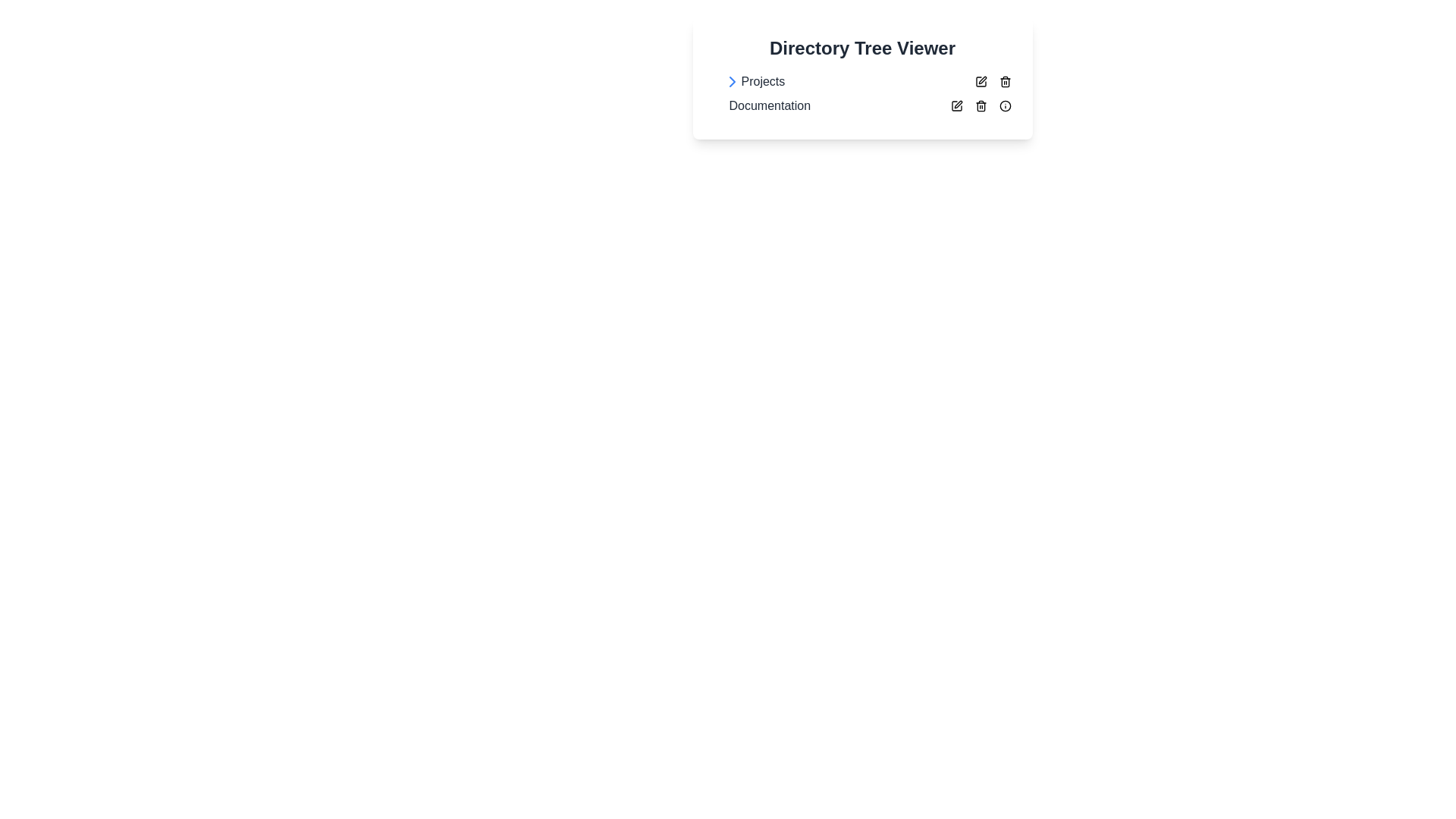 The image size is (1456, 819). I want to click on the edit icon located in the top-right corner of the 'Directory Tree Viewer' card, which is shaped like a pen, so click(955, 105).